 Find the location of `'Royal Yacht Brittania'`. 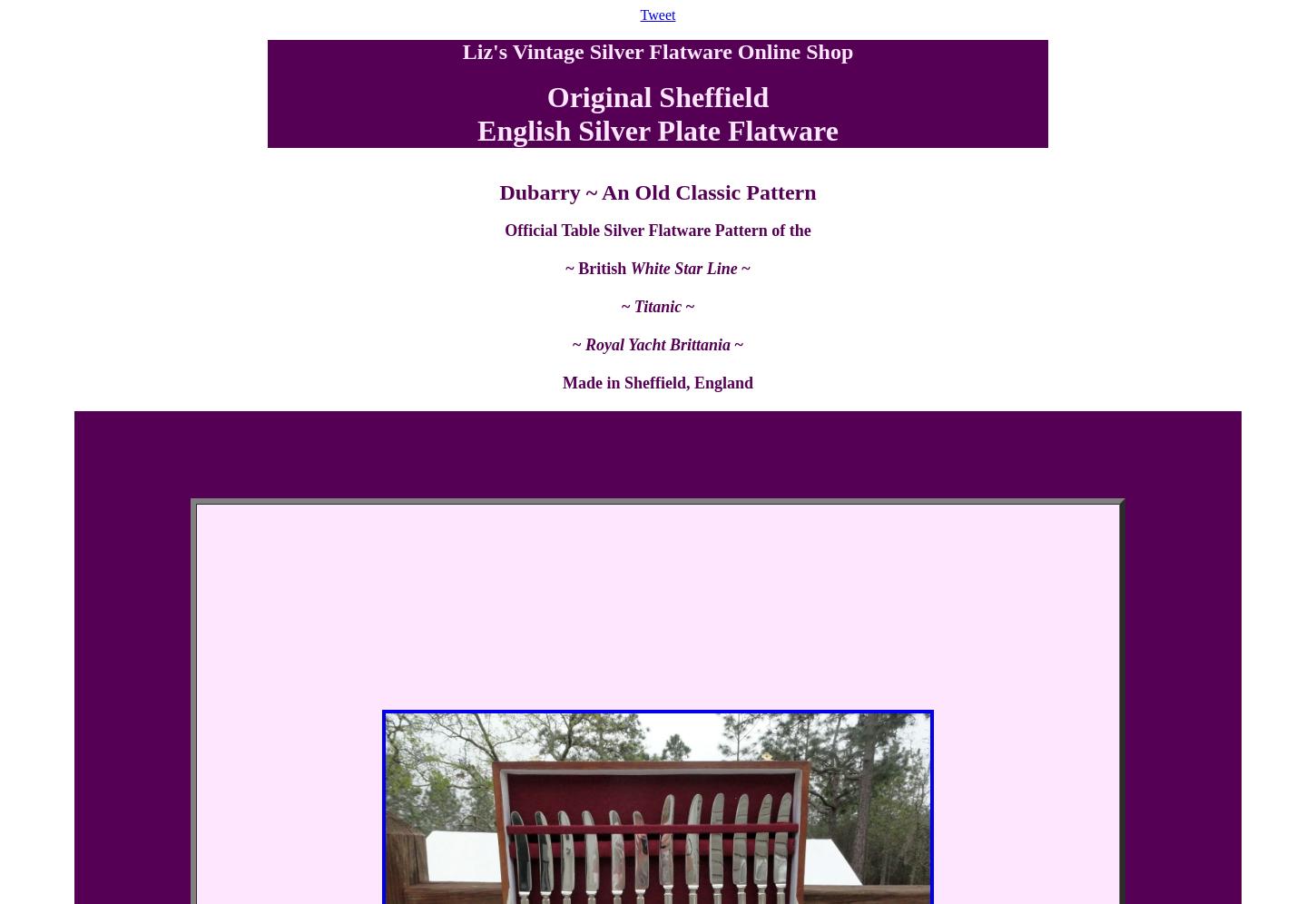

'Royal Yacht Brittania' is located at coordinates (656, 343).